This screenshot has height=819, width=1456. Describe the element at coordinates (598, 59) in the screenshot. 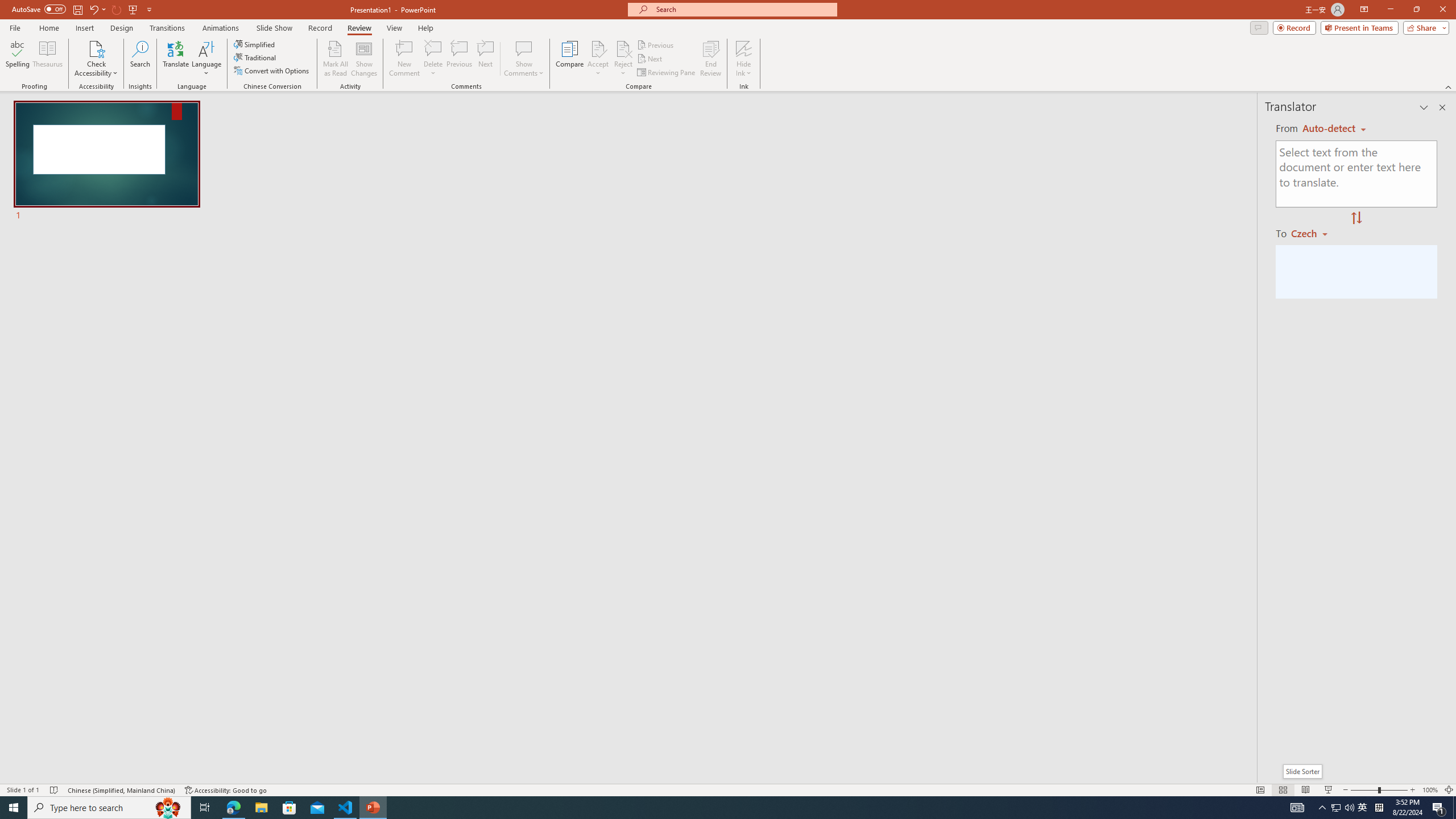

I see `'Accept'` at that location.